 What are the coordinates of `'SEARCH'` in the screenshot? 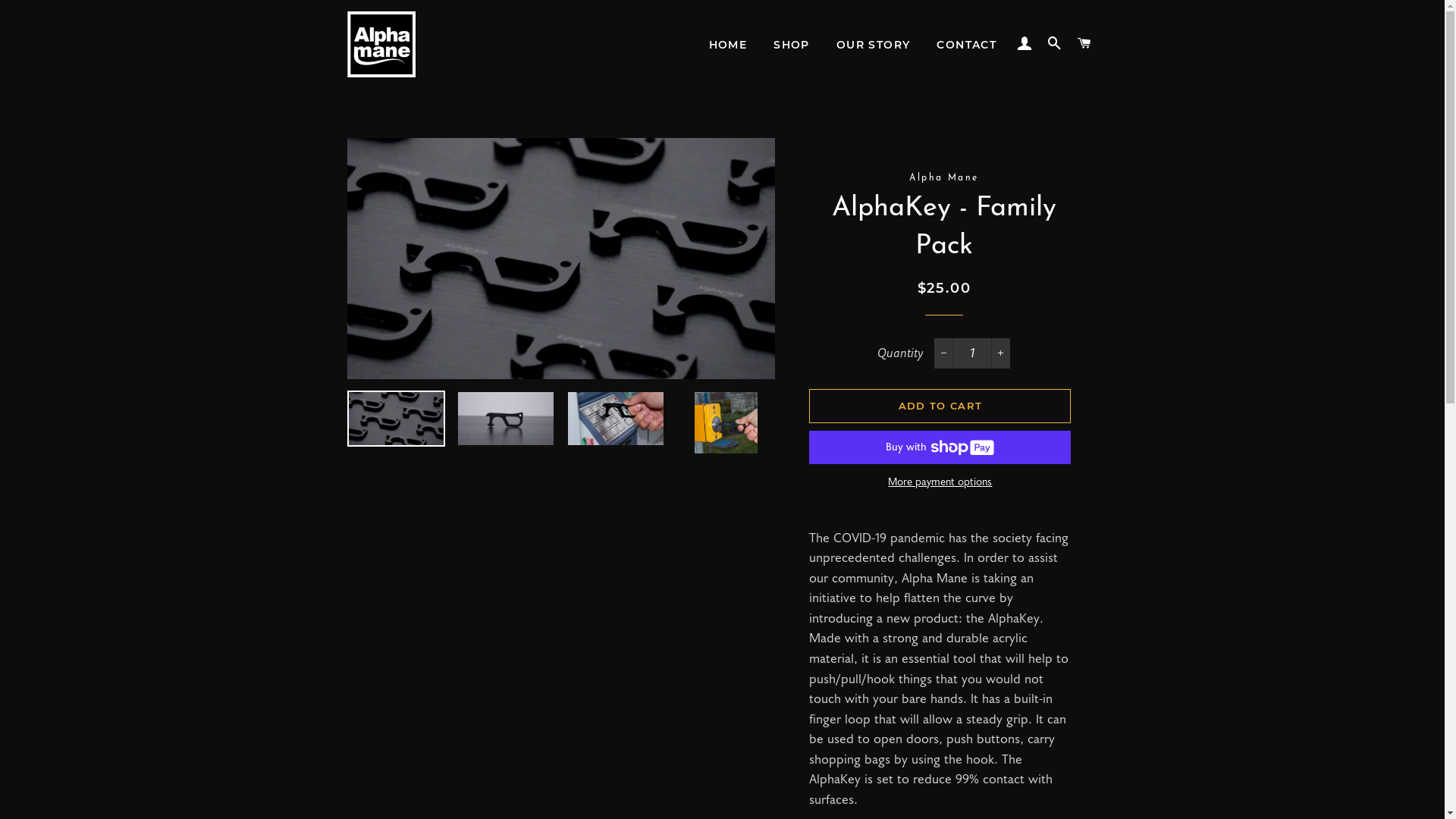 It's located at (1054, 42).